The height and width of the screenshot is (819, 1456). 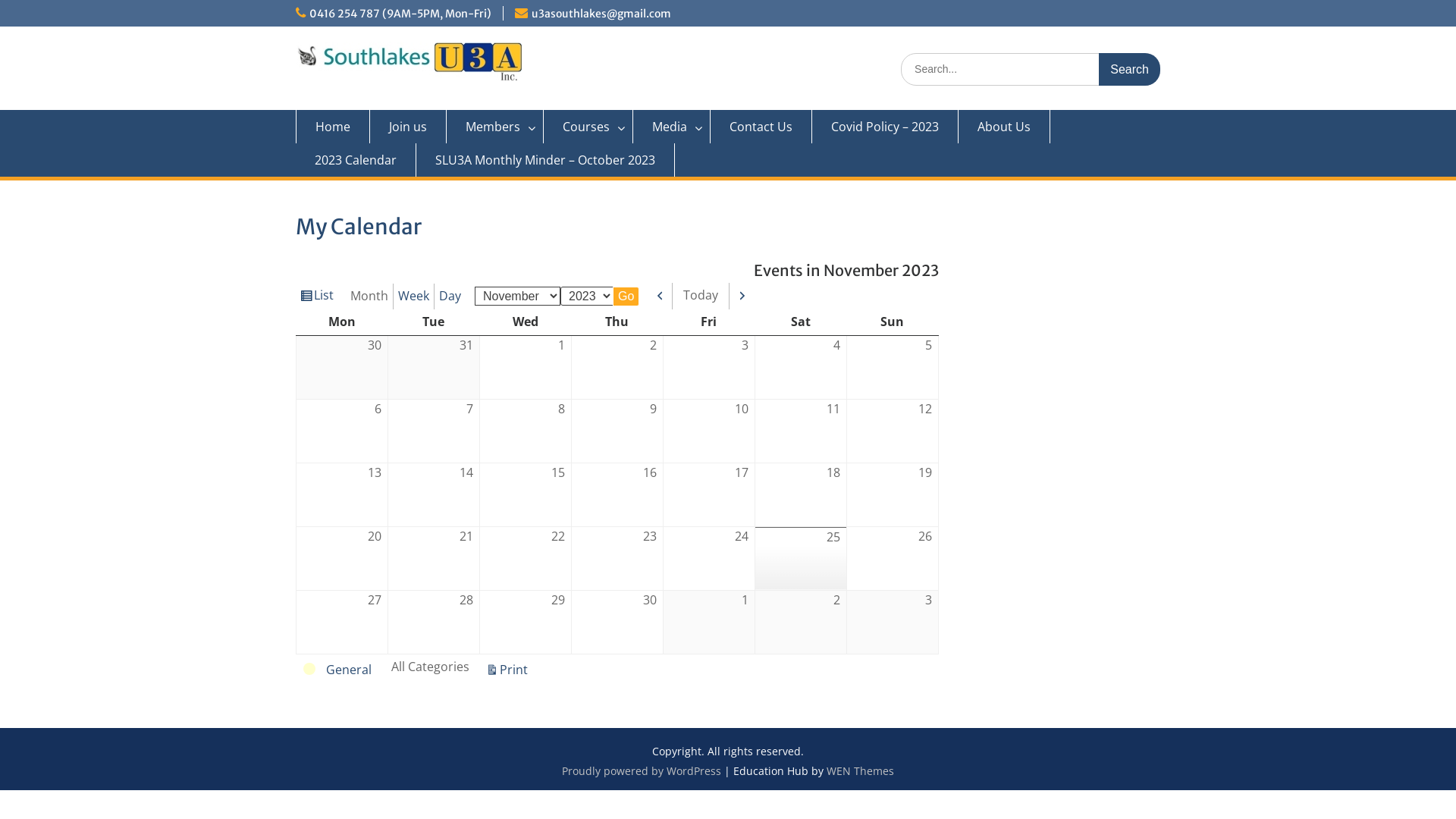 What do you see at coordinates (449, 296) in the screenshot?
I see `'Day'` at bounding box center [449, 296].